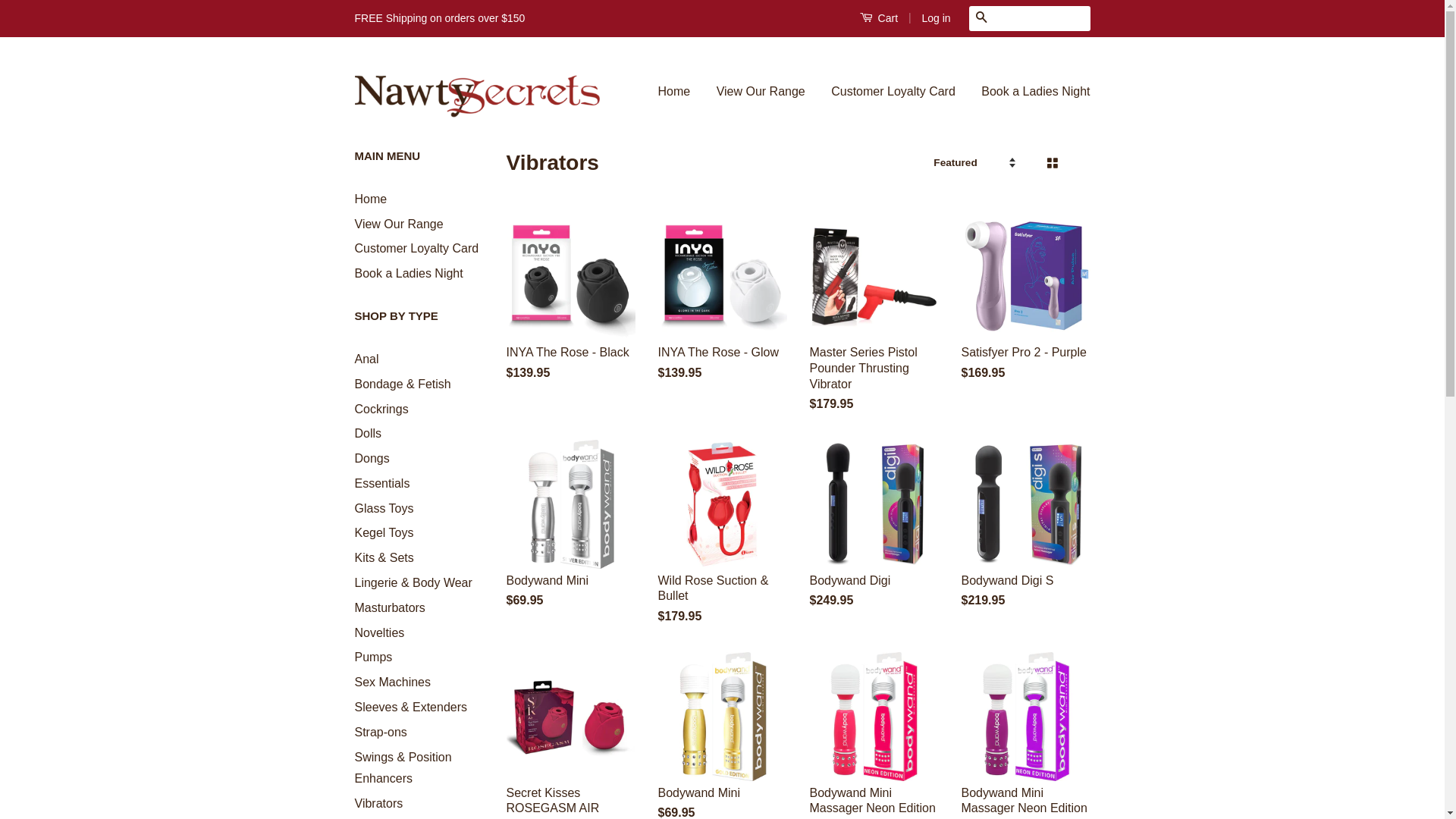 The width and height of the screenshot is (1456, 819). I want to click on 'Essentials', so click(382, 483).